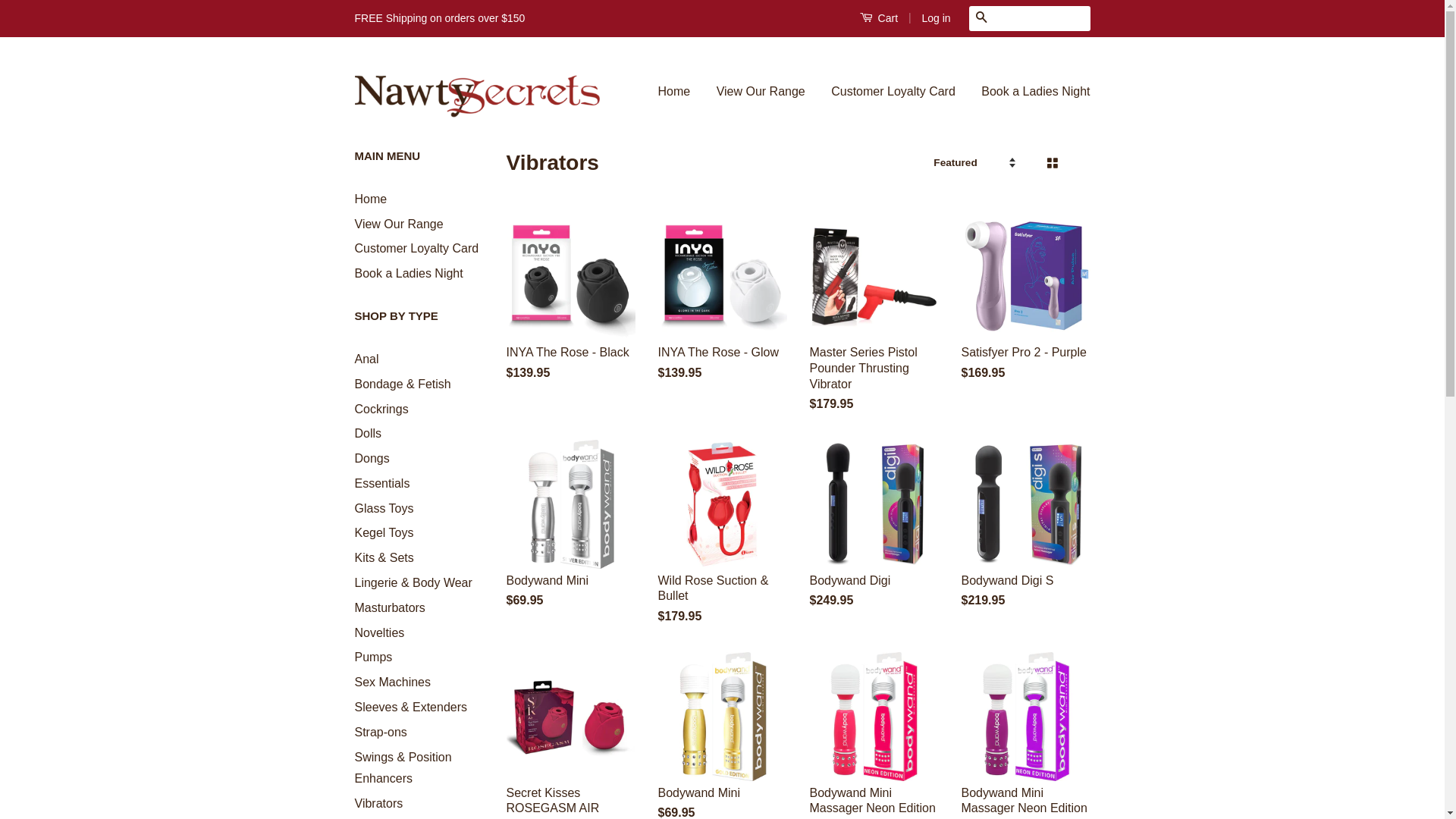 The width and height of the screenshot is (1456, 819). I want to click on 'Essentials', so click(382, 483).